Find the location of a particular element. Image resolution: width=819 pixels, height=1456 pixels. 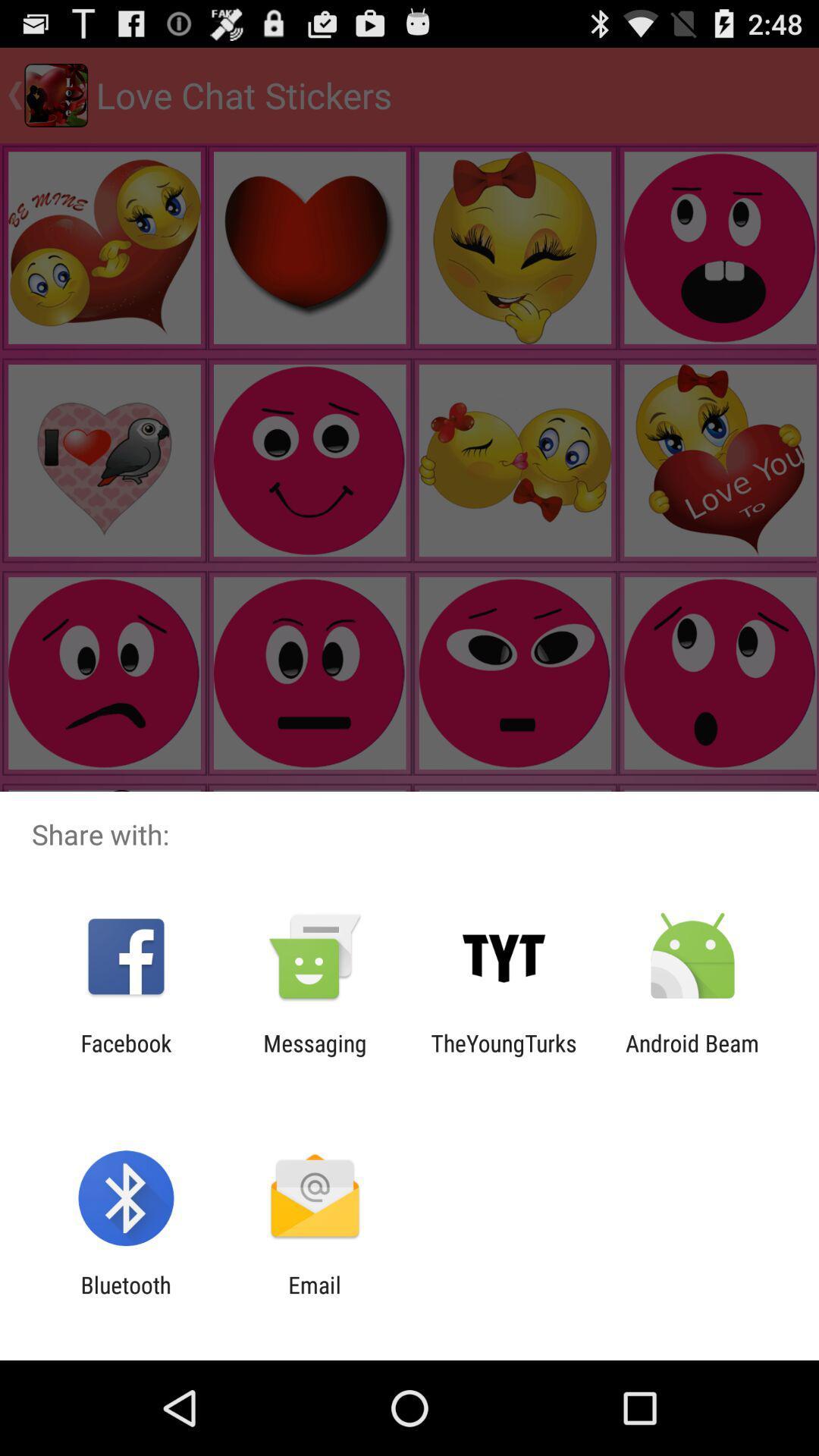

bluetooth is located at coordinates (125, 1298).